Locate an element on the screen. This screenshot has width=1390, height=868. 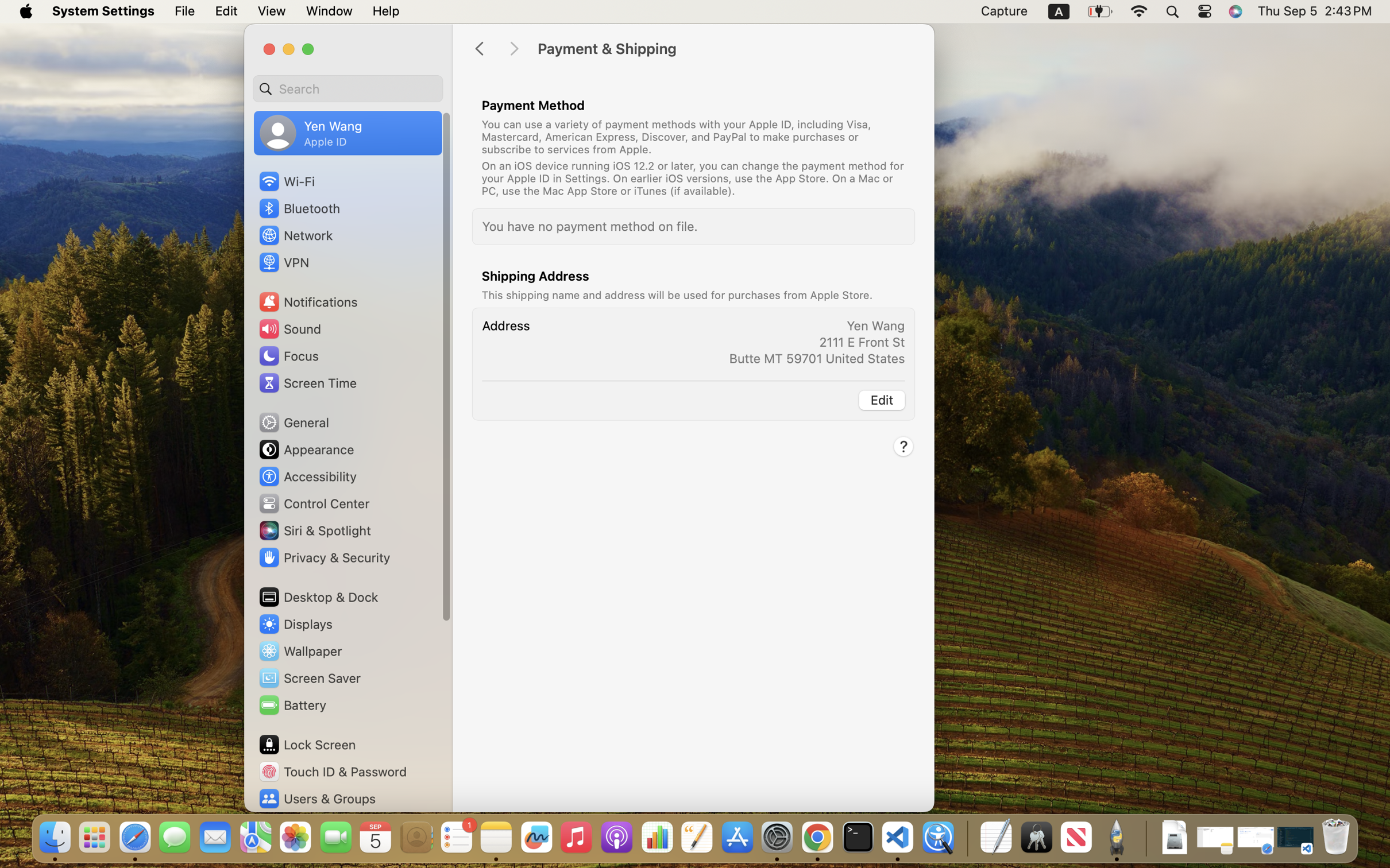
'Desktop & Dock' is located at coordinates (317, 596).